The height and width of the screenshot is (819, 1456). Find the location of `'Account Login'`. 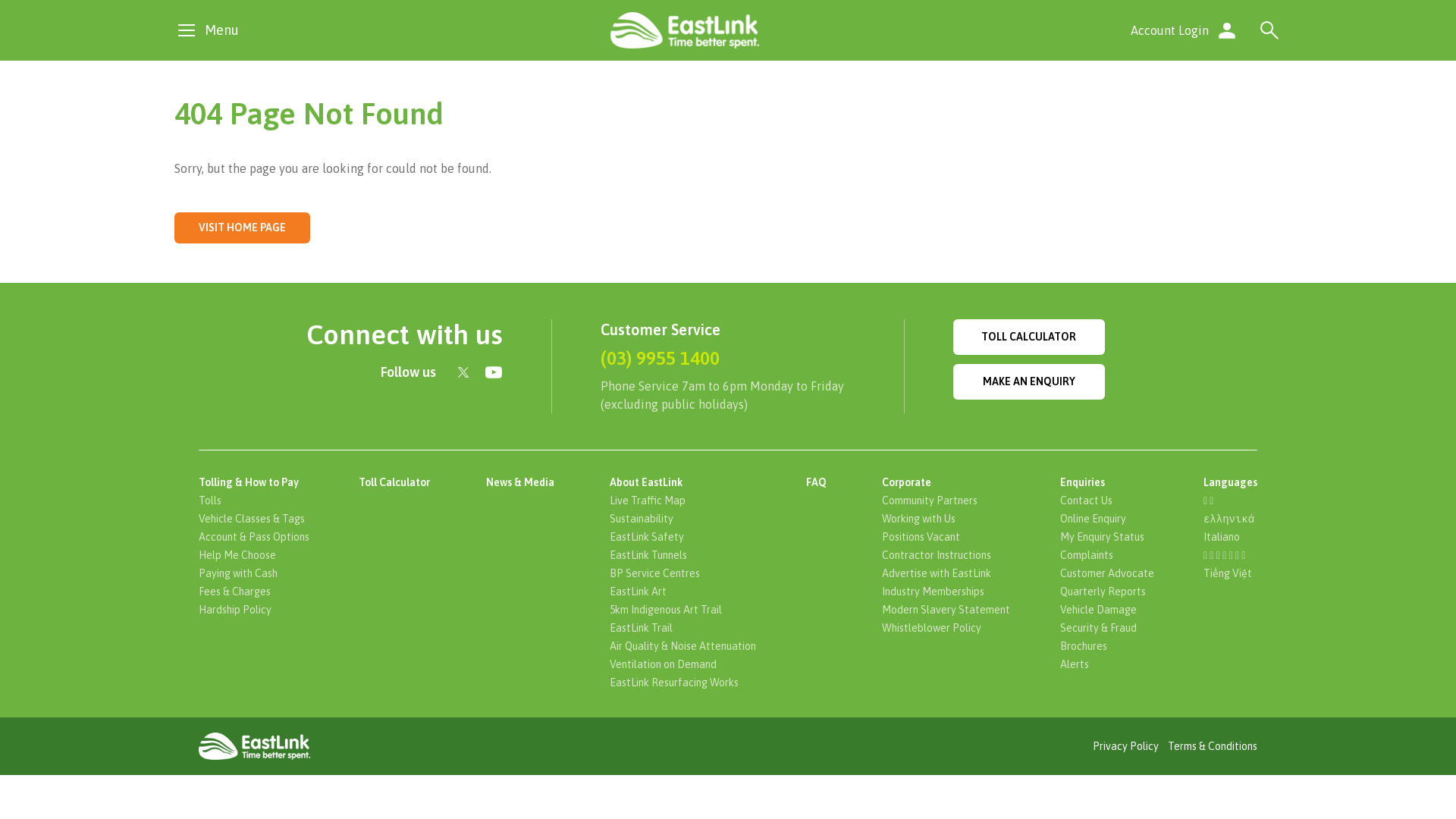

'Account Login' is located at coordinates (1184, 30).